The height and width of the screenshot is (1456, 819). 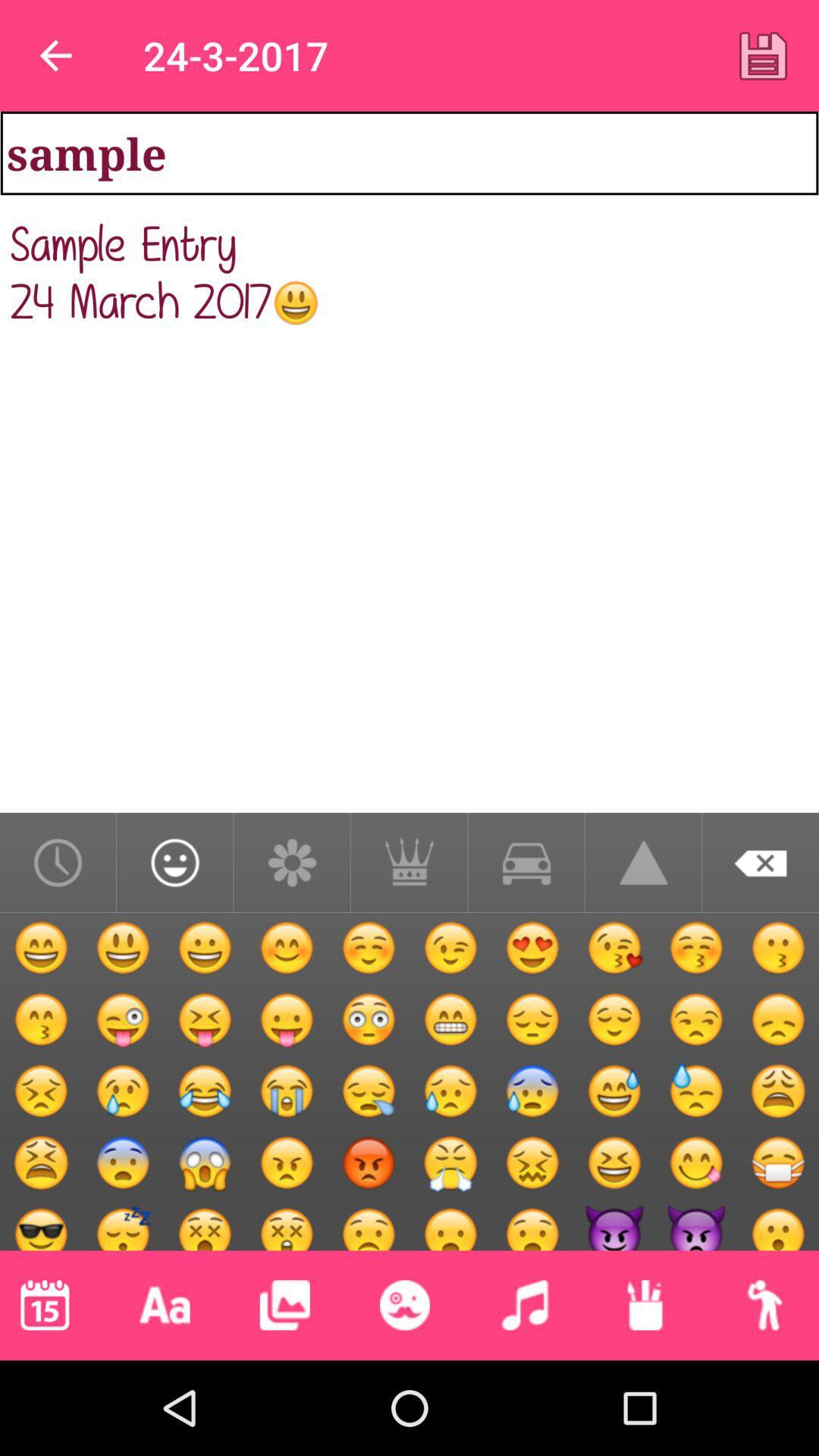 What do you see at coordinates (403, 1304) in the screenshot?
I see `the emoji icon` at bounding box center [403, 1304].